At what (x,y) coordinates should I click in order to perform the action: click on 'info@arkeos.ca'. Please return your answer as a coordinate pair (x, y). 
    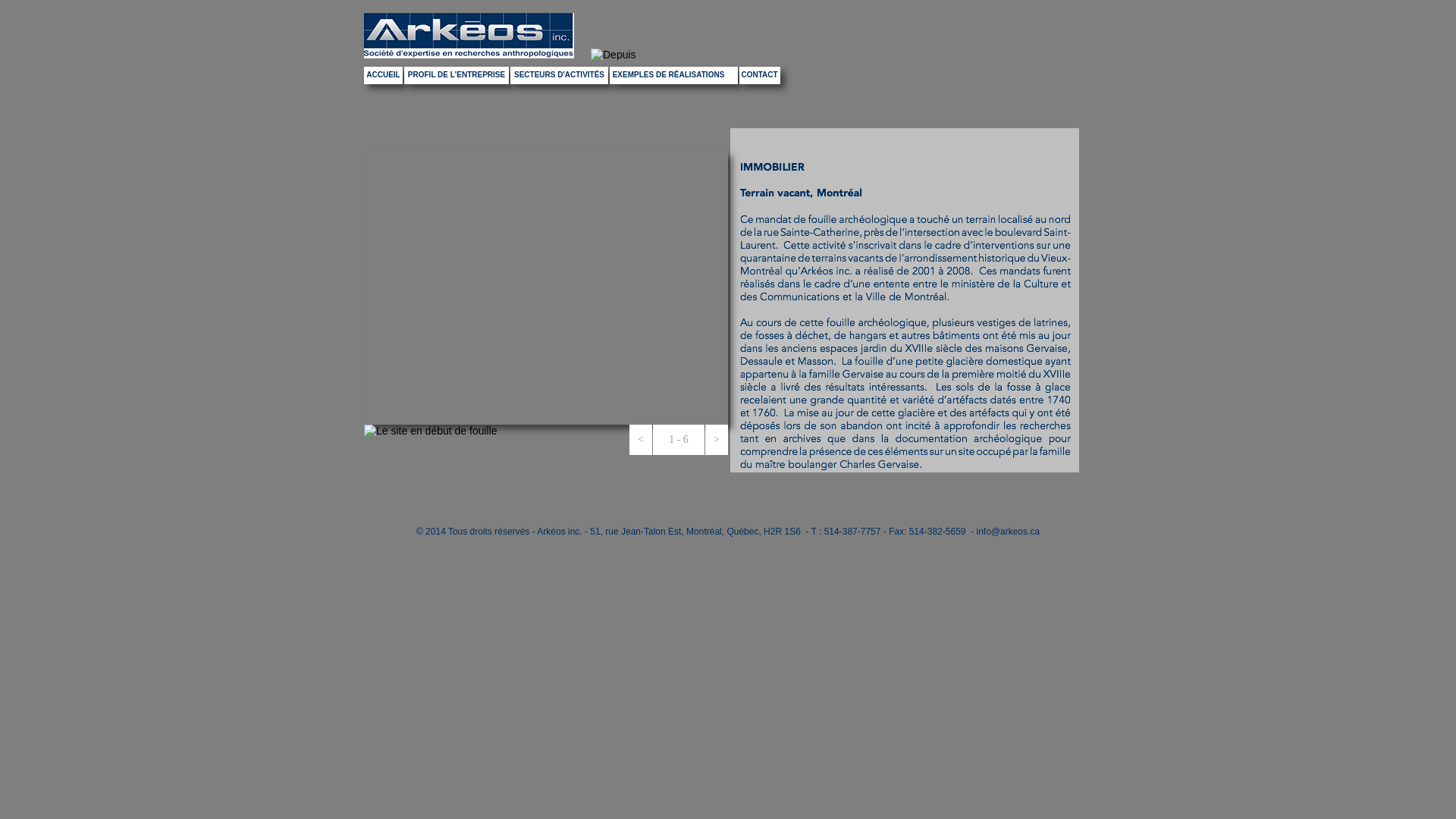
    Looking at the image, I should click on (1008, 531).